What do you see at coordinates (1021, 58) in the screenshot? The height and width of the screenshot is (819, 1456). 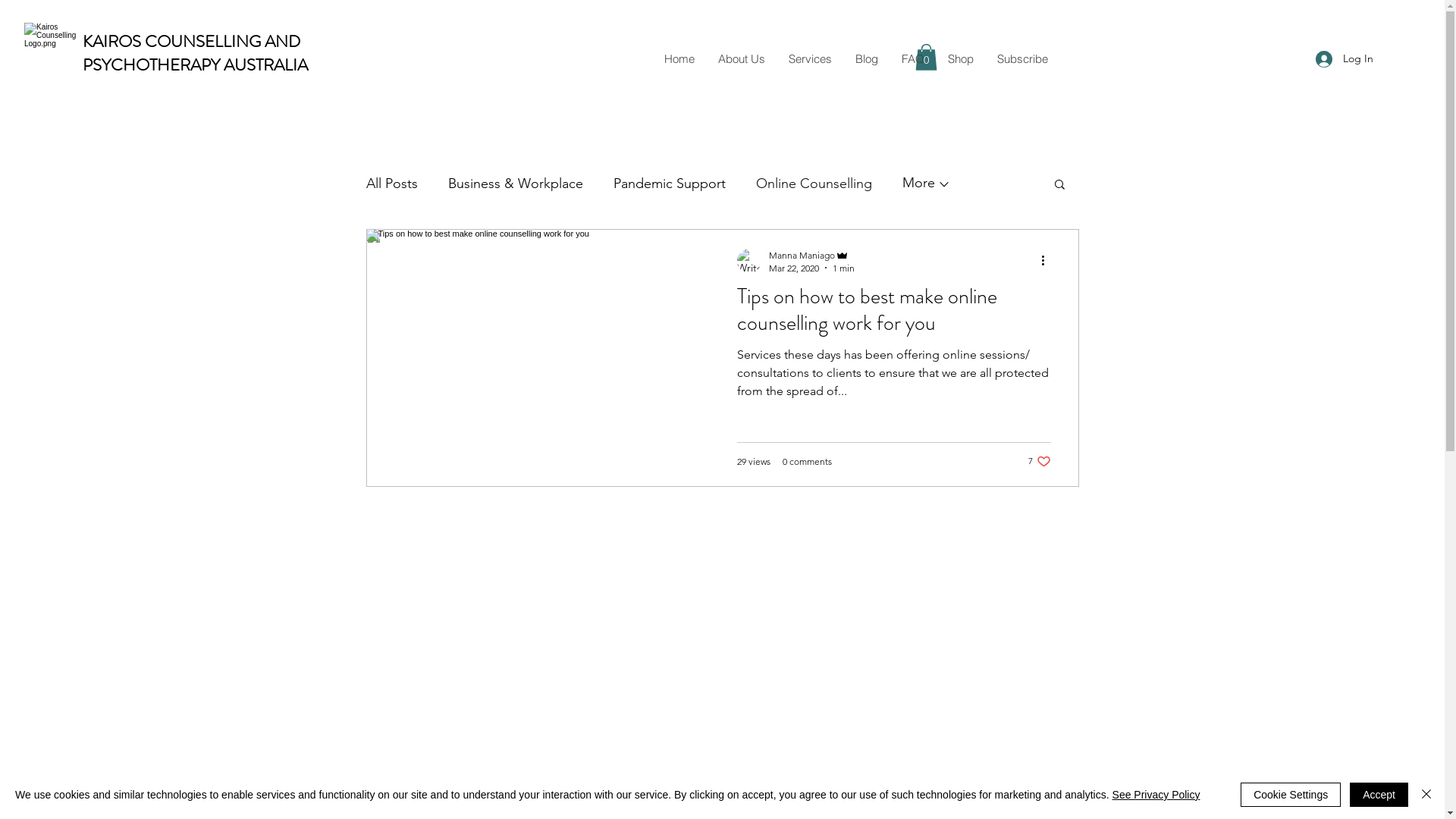 I see `'Subscribe'` at bounding box center [1021, 58].